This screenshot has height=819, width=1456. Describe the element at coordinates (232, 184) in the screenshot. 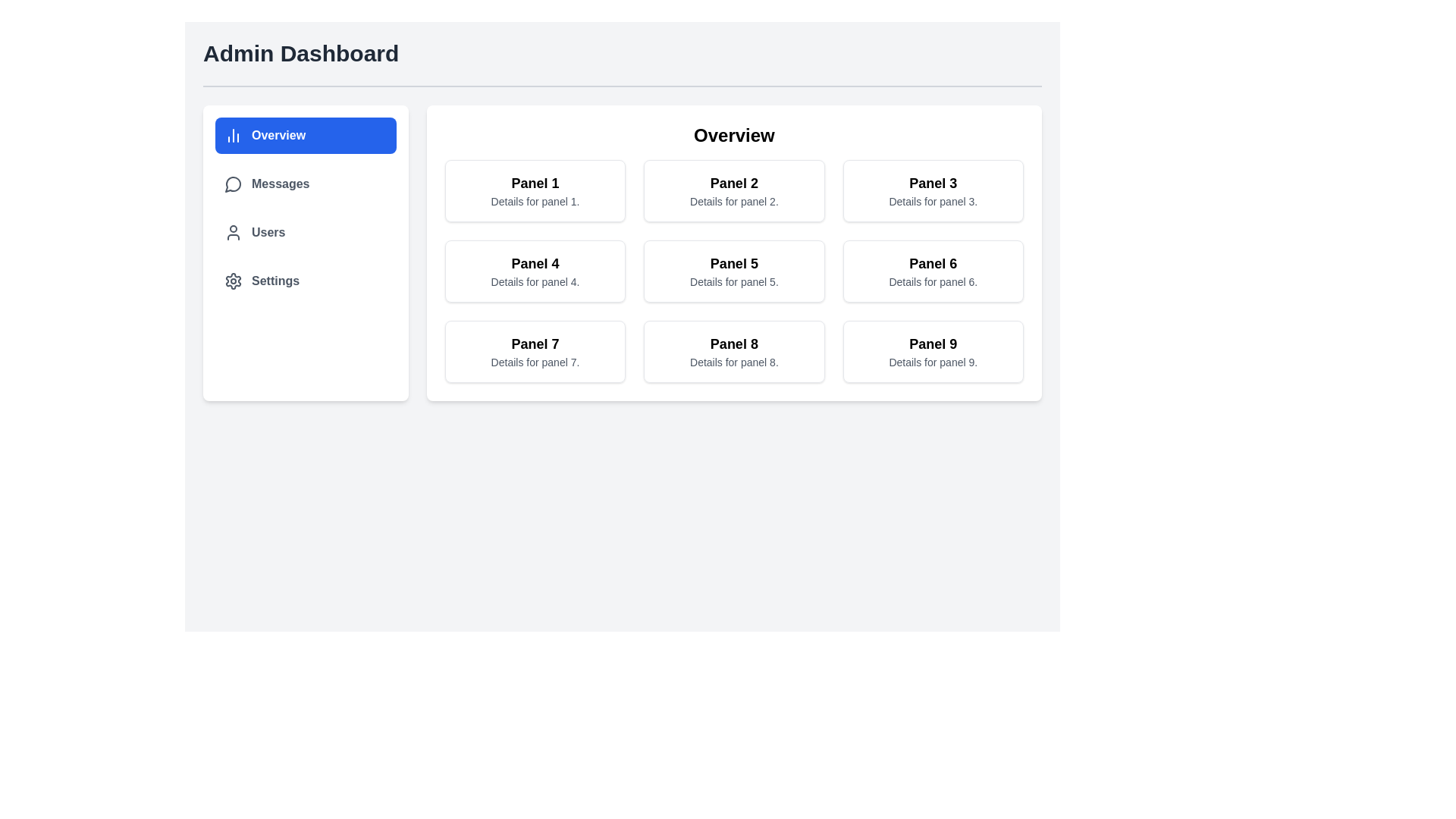

I see `the 'Messages' icon in the sidebar menu` at that location.